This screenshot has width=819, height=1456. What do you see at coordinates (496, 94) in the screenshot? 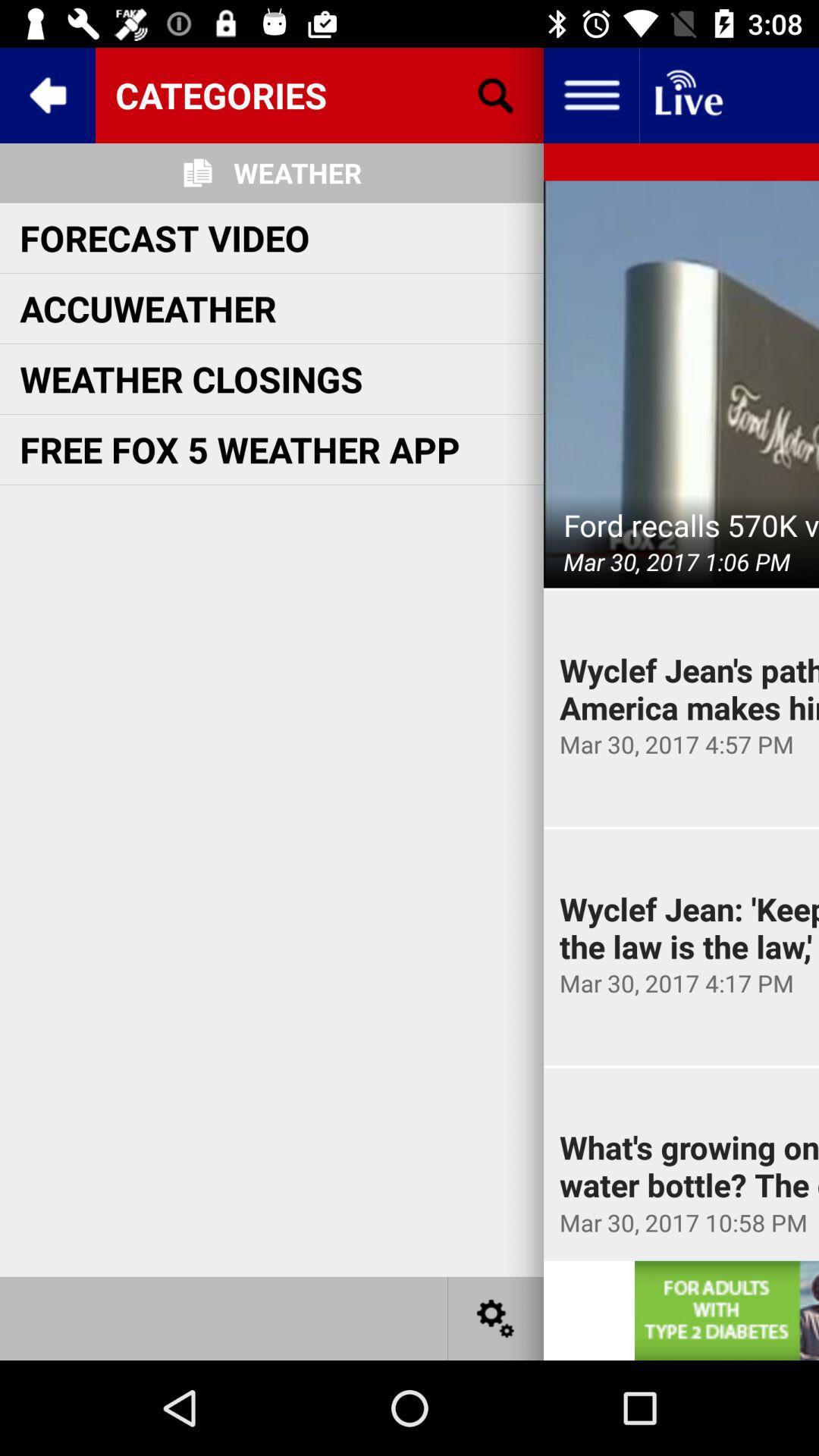
I see `search` at bounding box center [496, 94].